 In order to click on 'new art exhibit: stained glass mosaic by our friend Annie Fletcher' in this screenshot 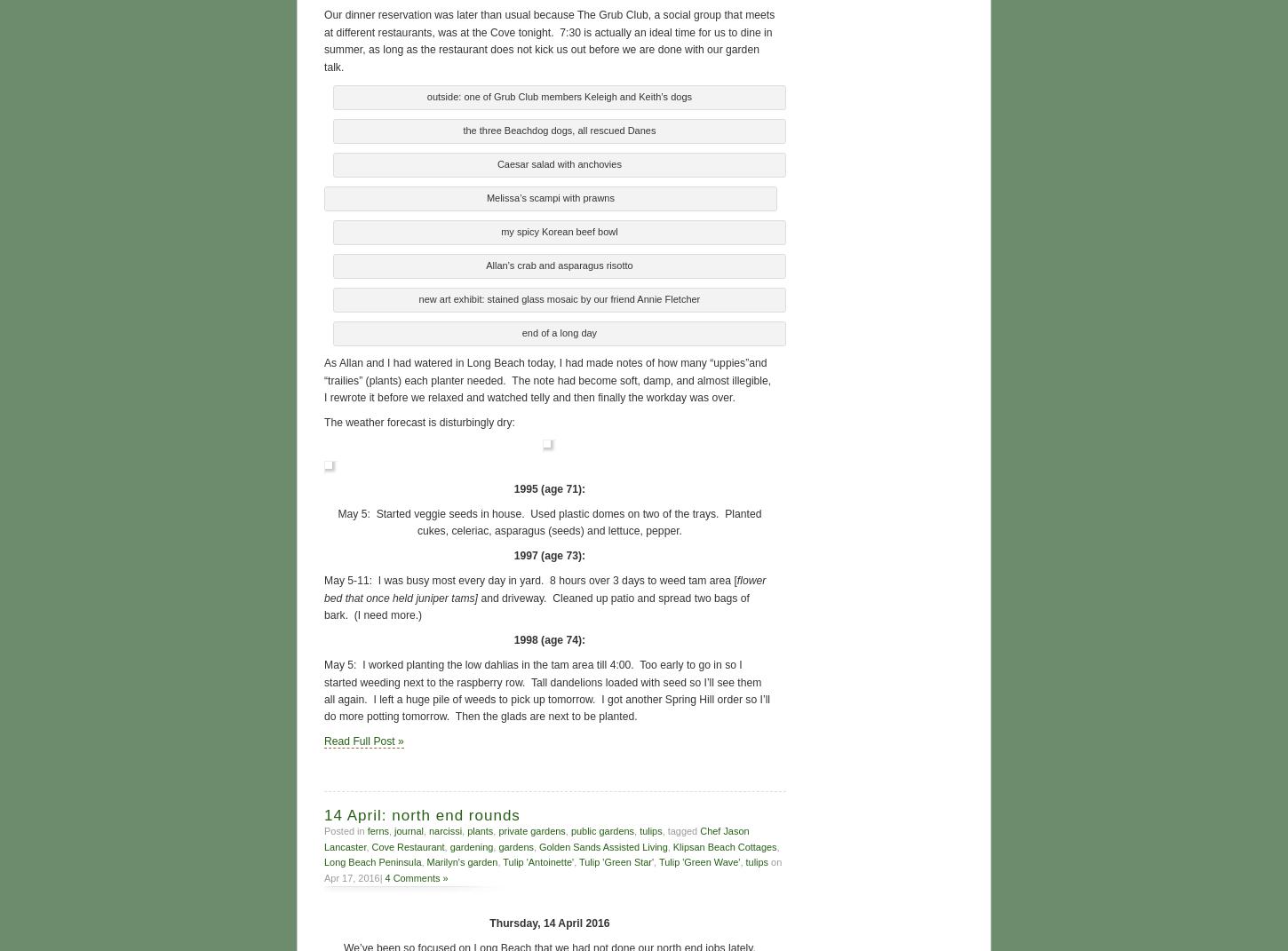, I will do `click(558, 297)`.